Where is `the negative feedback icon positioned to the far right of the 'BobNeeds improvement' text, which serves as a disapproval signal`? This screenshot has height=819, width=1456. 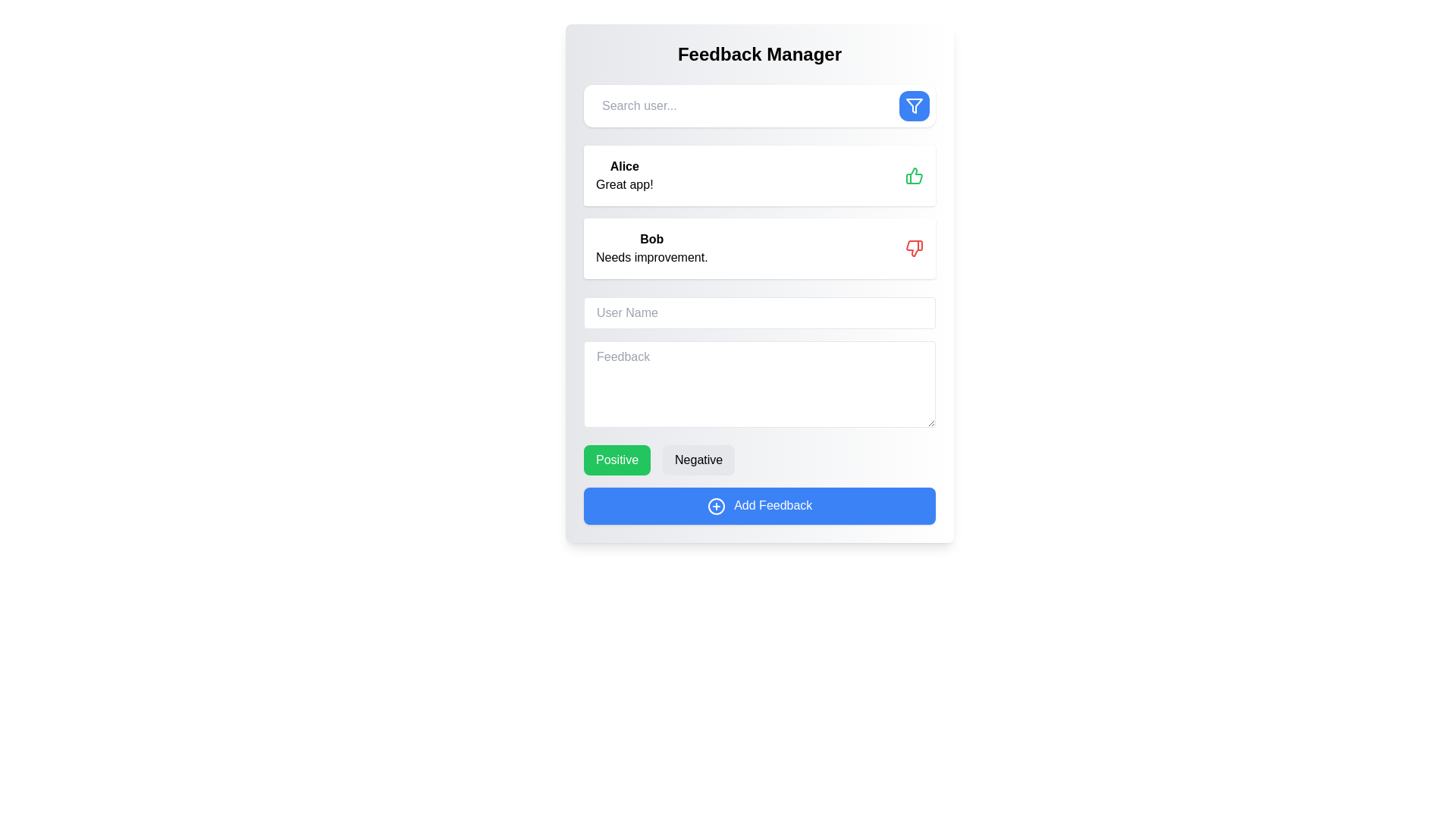 the negative feedback icon positioned to the far right of the 'BobNeeds improvement' text, which serves as a disapproval signal is located at coordinates (913, 247).